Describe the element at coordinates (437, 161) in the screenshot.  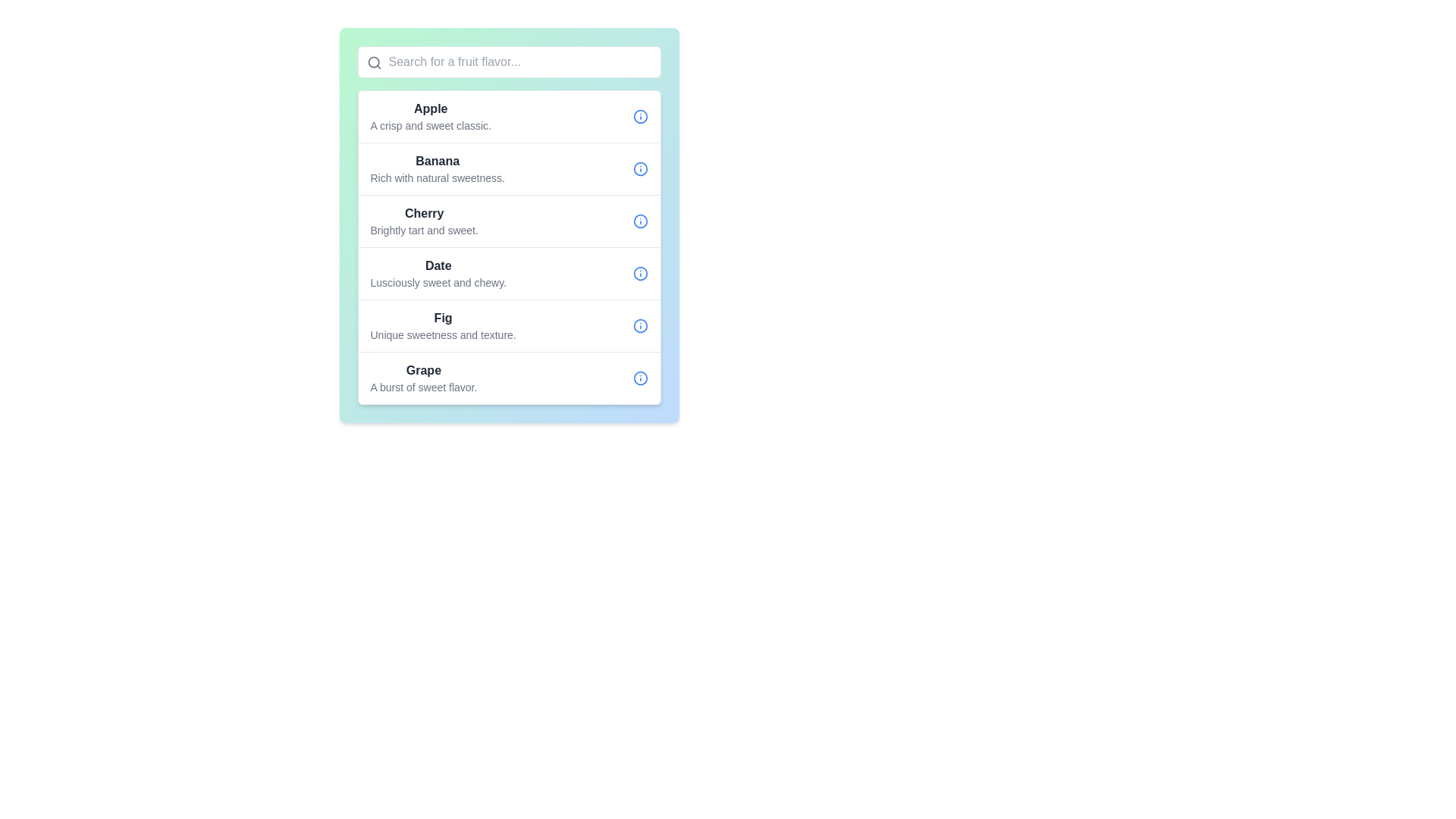
I see `the text element displaying 'Banana' in bold dark gray font, positioned in the second row of the list above the description 'Rich with natural sweetness.'` at that location.